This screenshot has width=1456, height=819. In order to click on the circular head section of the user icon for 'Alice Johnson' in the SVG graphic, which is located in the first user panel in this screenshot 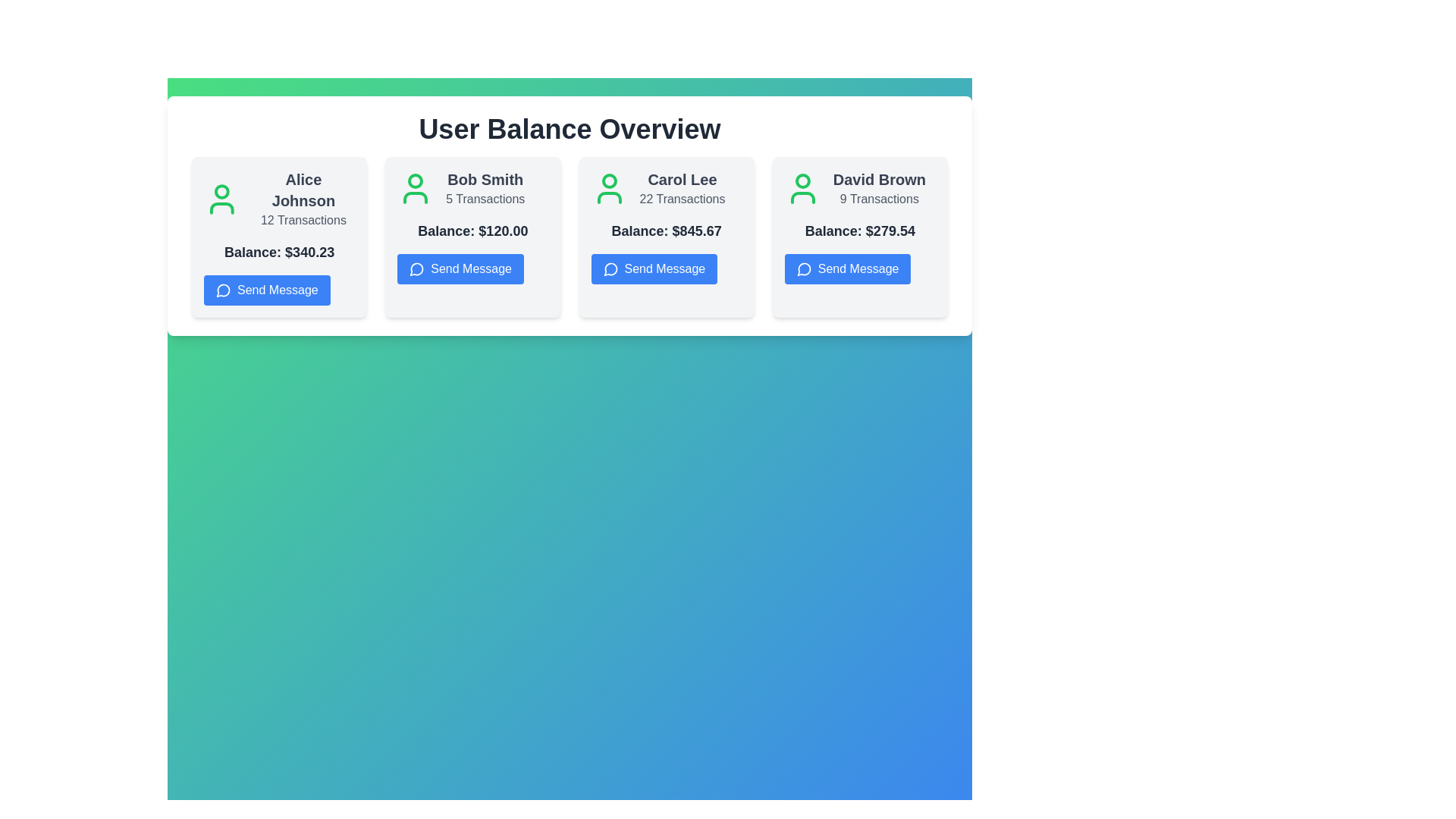, I will do `click(221, 191)`.